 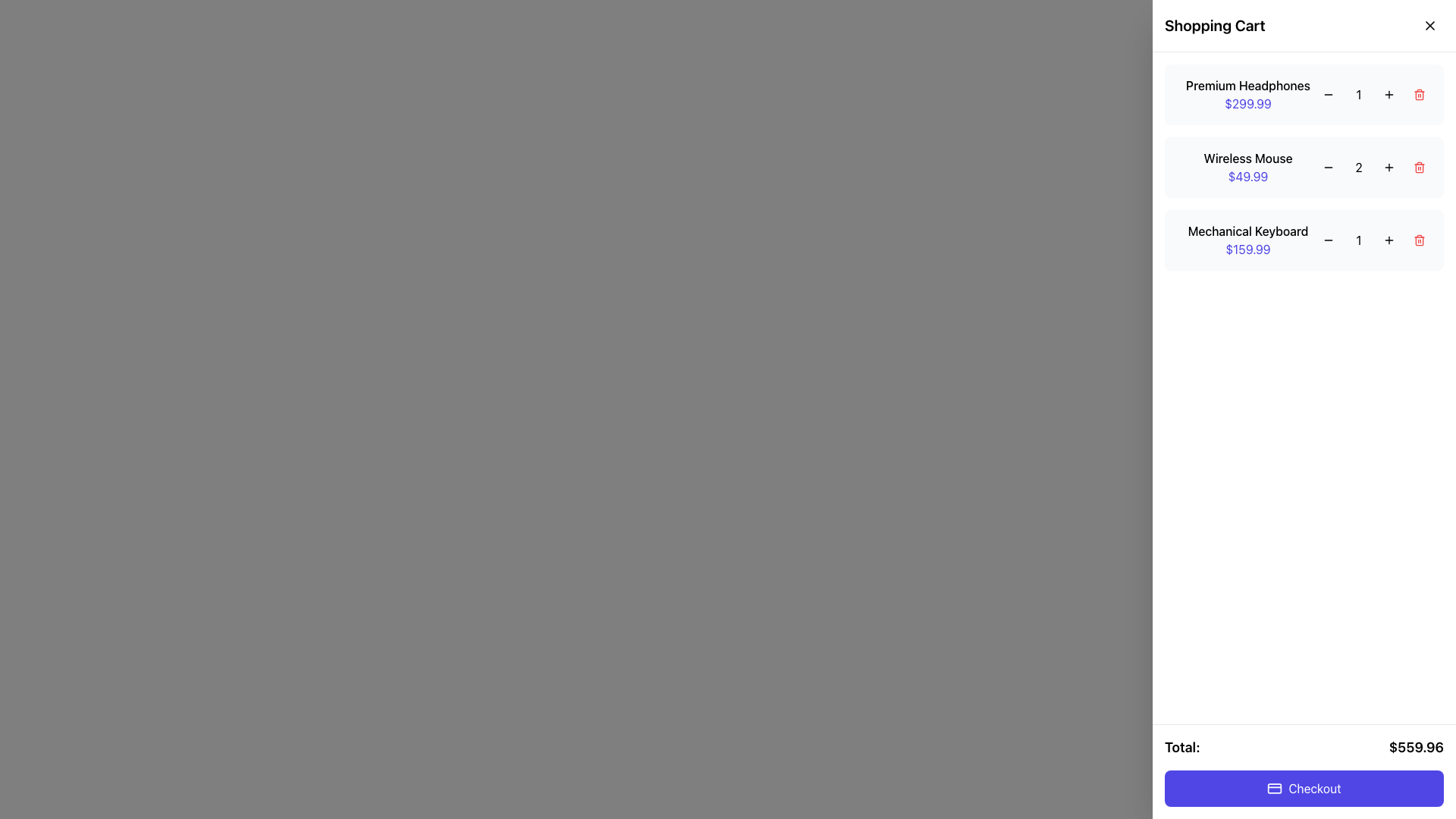 What do you see at coordinates (1358, 239) in the screenshot?
I see `the non-interactive Text label displaying the current quantity of the Mechanical Keyboard in the shopping cart interface, which is situated between the decrement and increment buttons` at bounding box center [1358, 239].